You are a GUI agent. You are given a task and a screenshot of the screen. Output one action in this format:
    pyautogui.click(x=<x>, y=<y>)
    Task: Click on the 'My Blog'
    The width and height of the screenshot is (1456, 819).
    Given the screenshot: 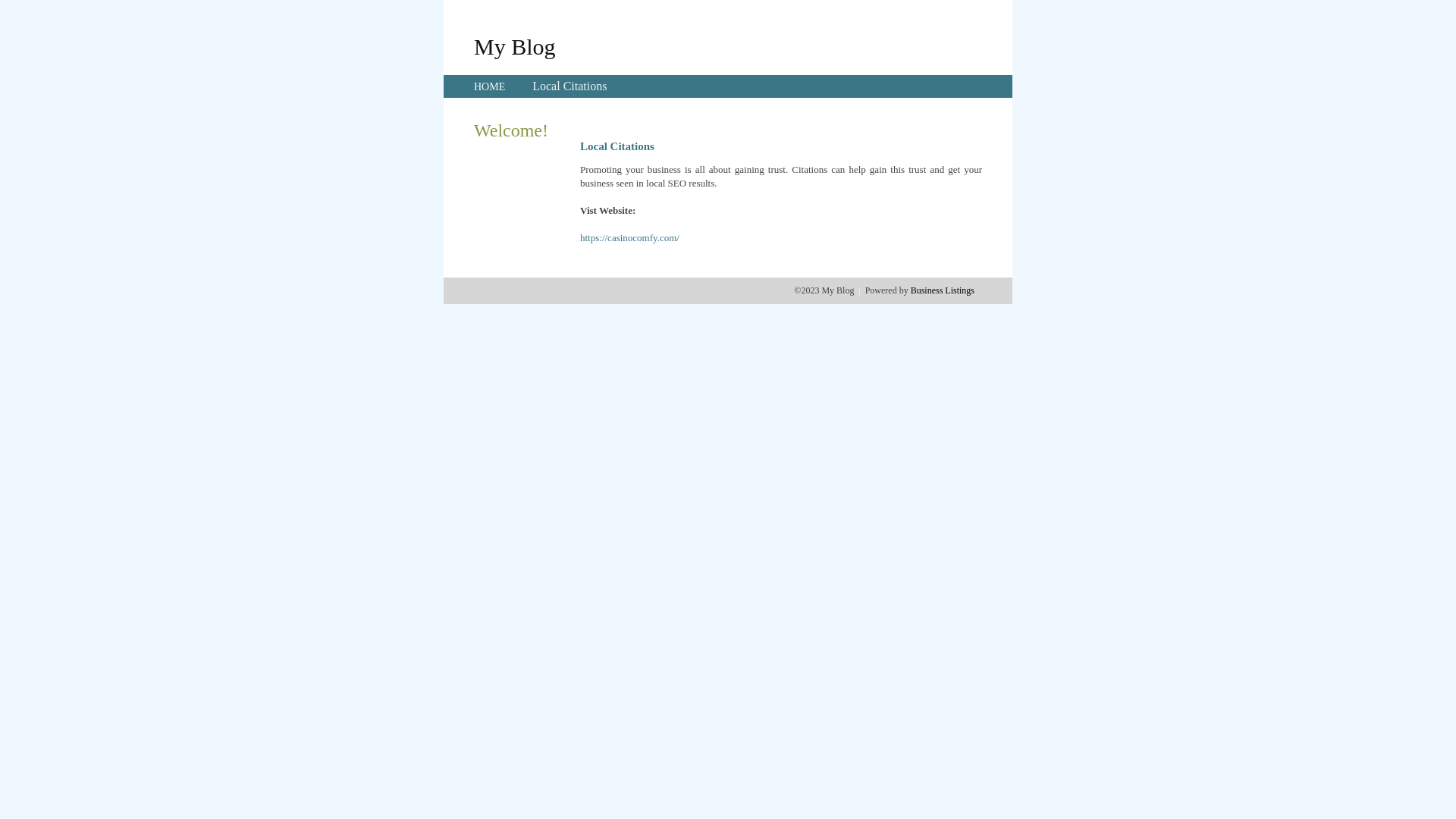 What is the action you would take?
    pyautogui.click(x=514, y=45)
    